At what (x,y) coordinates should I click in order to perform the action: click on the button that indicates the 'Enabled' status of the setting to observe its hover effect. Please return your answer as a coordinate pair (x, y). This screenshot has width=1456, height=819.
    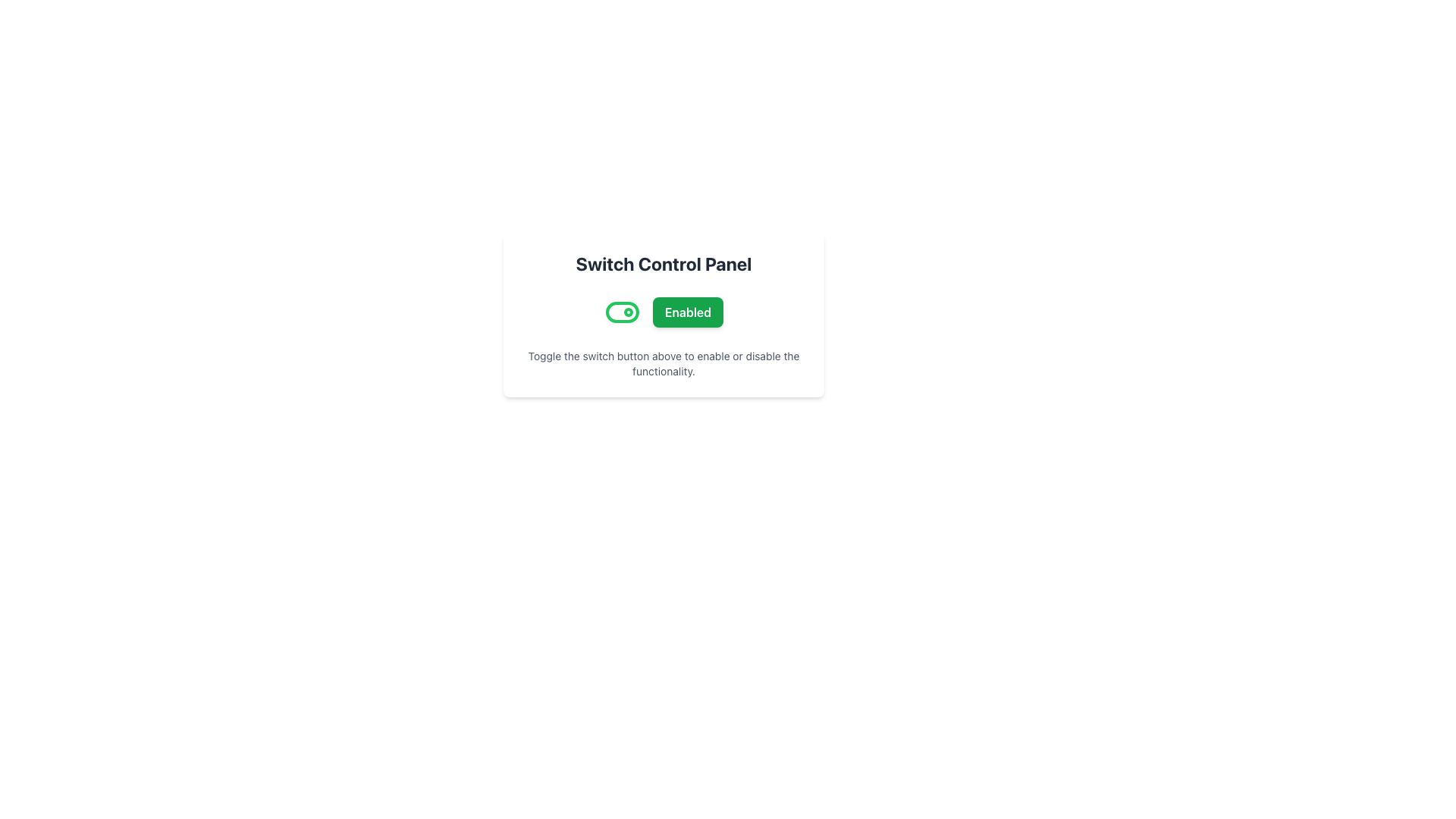
    Looking at the image, I should click on (687, 312).